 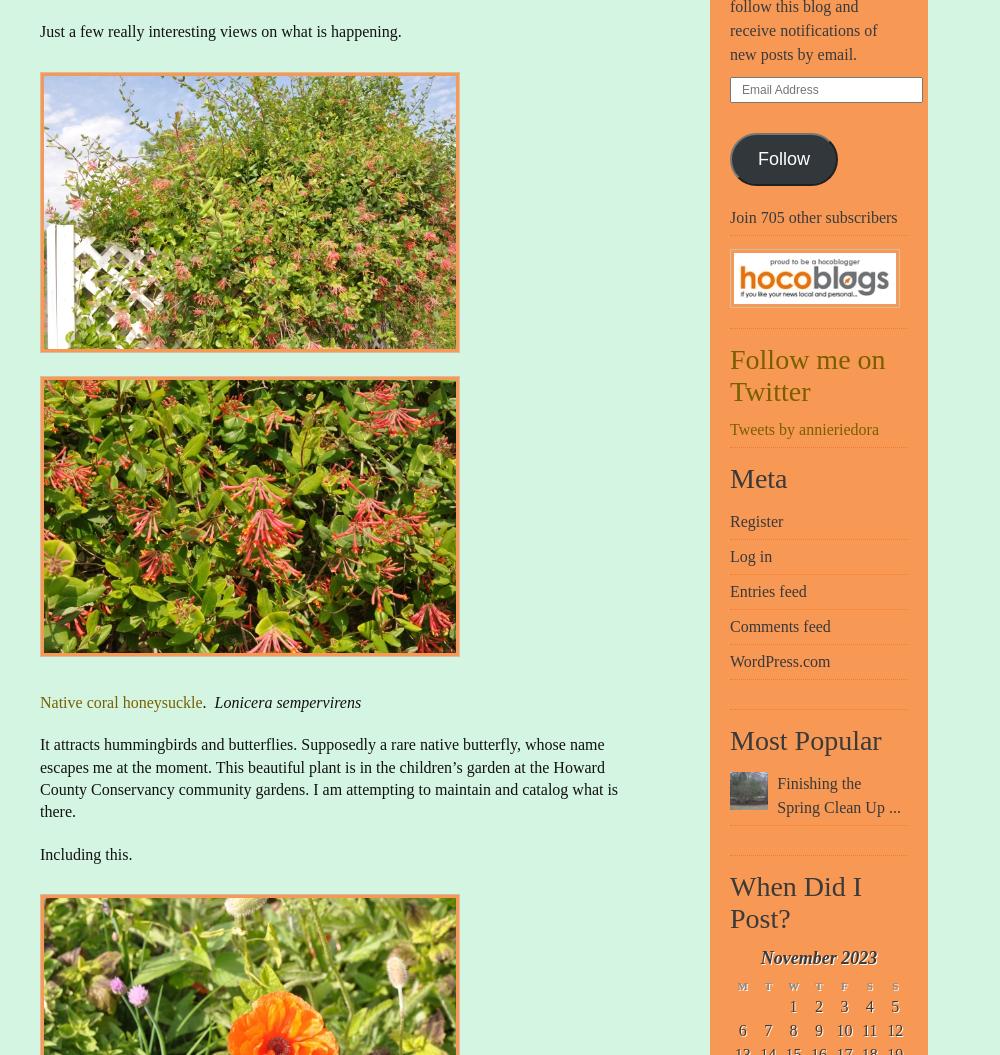 I want to click on 'Native coral honeysuckle', so click(x=40, y=700).